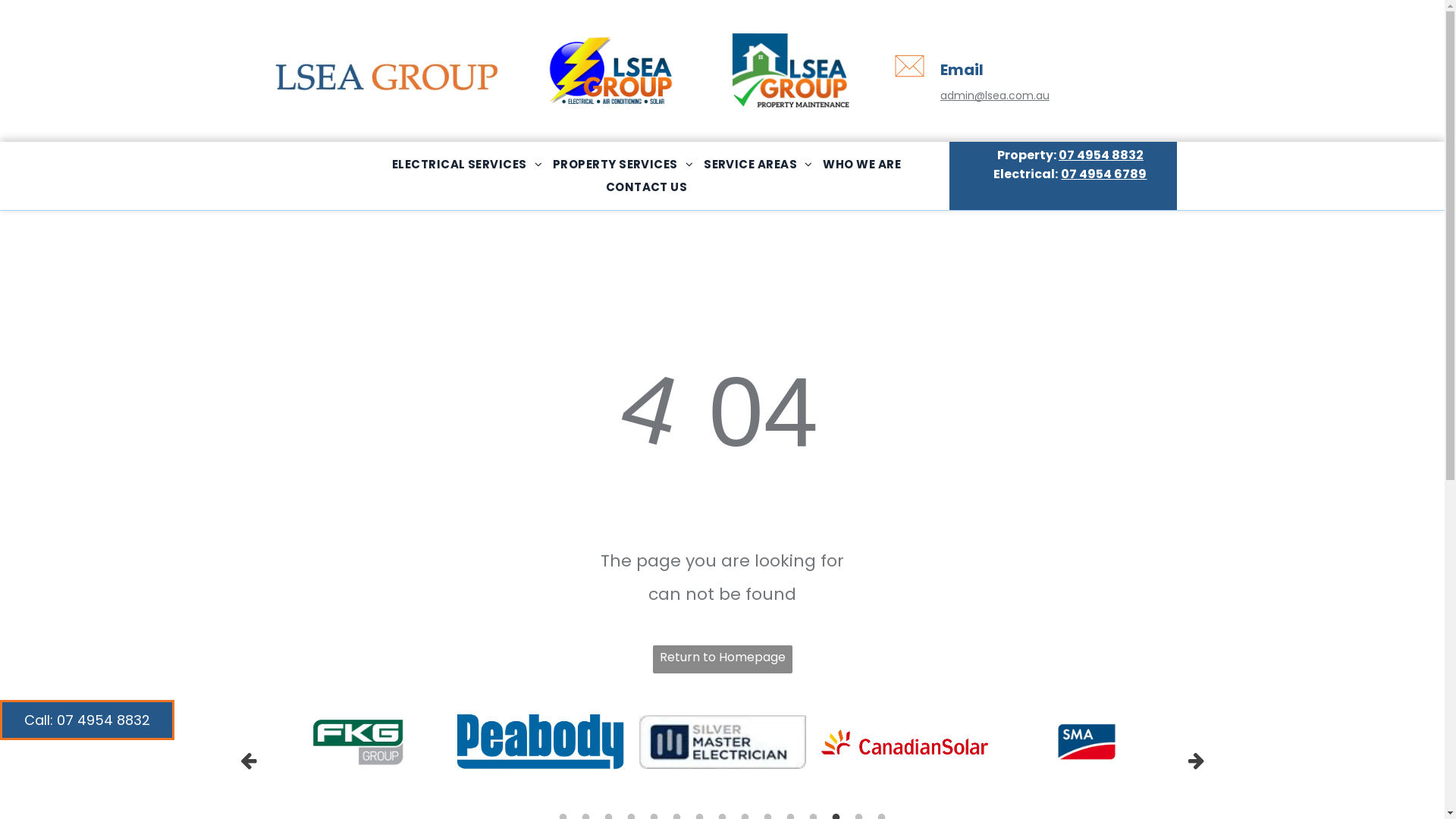  I want to click on 'https://masterelectricians.com.au/membership-package/pricing', so click(720, 741).